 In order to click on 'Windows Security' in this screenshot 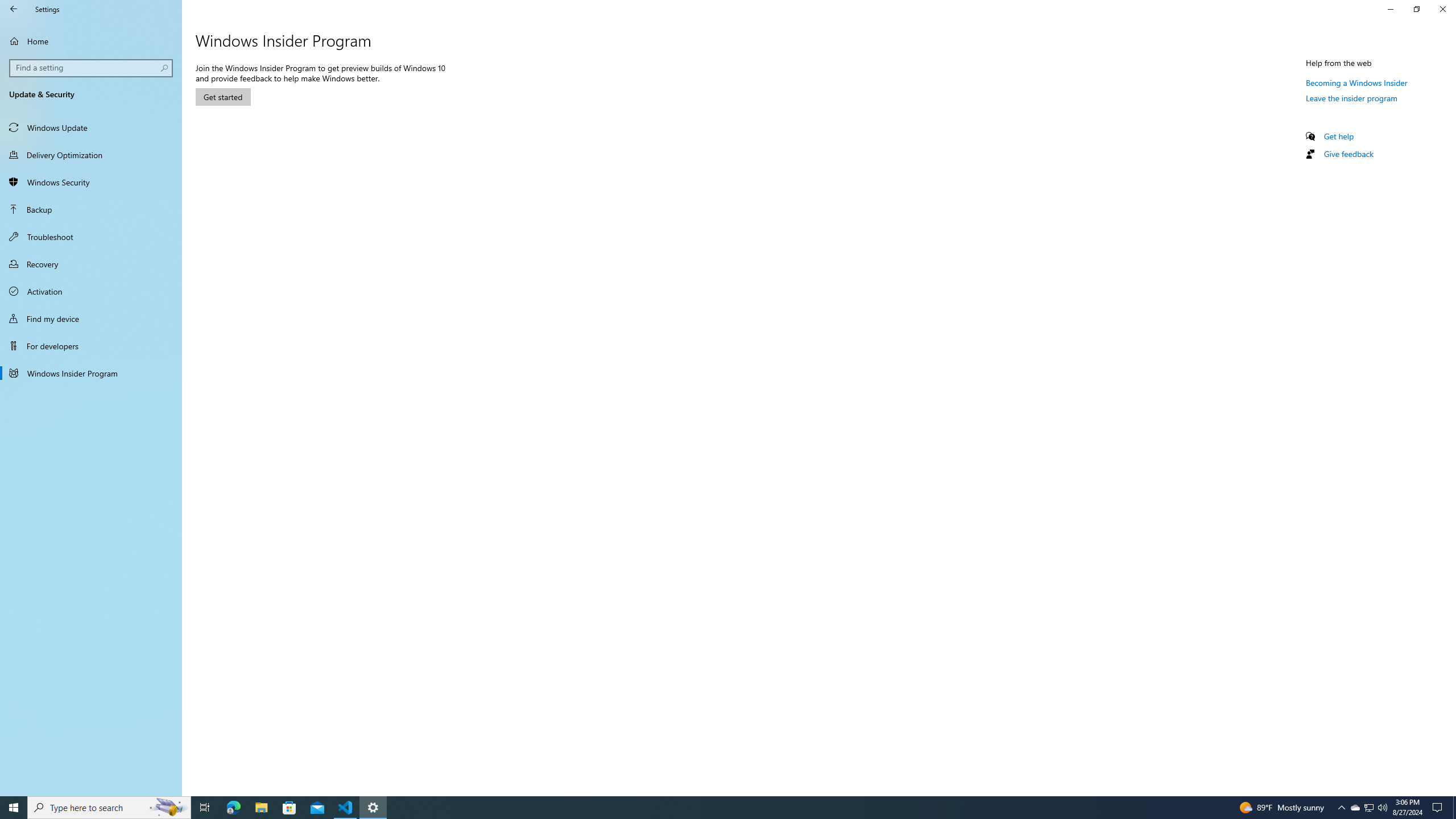, I will do `click(90, 181)`.